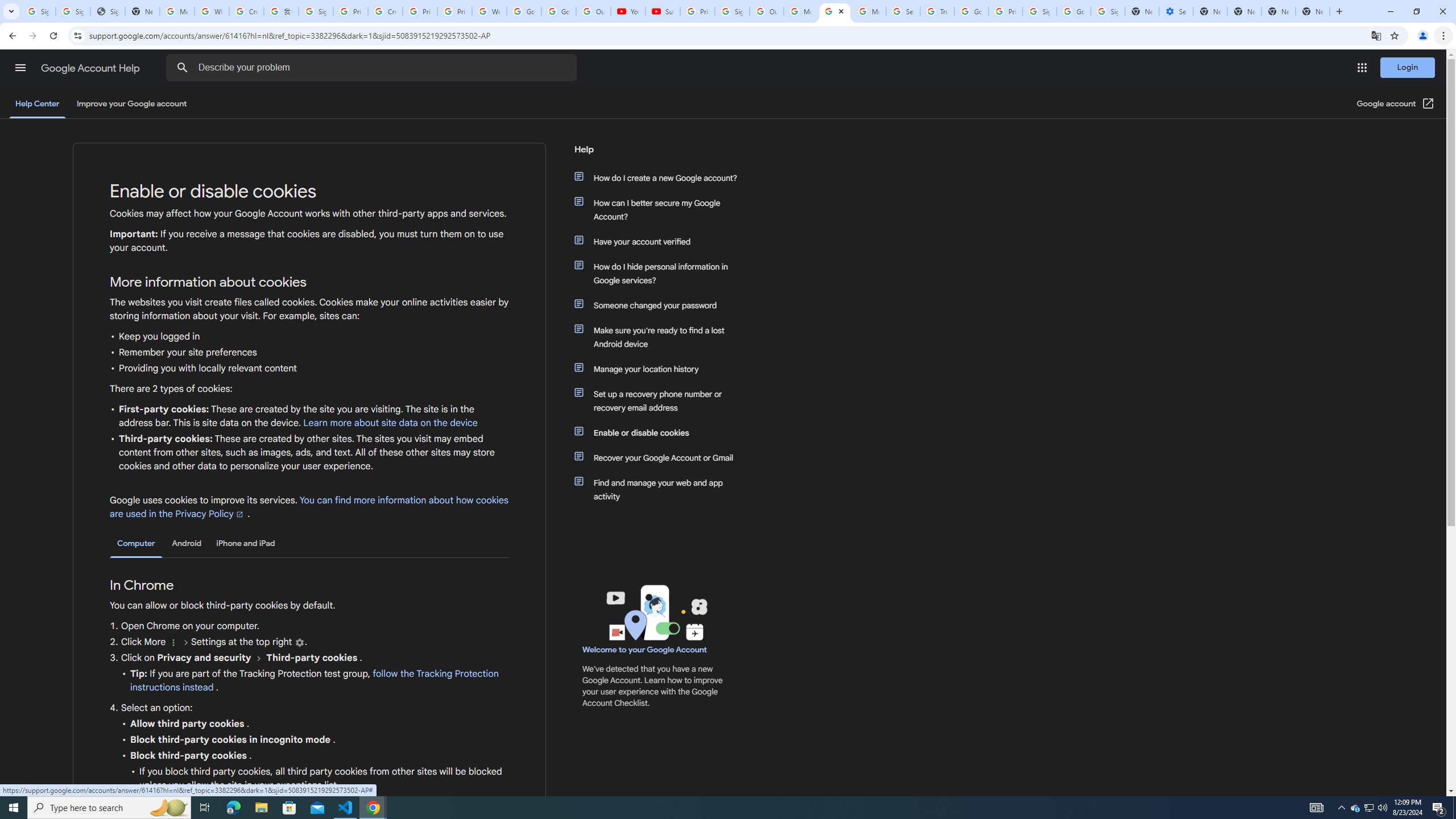 The image size is (1456, 819). What do you see at coordinates (19, 67) in the screenshot?
I see `'Main menu'` at bounding box center [19, 67].